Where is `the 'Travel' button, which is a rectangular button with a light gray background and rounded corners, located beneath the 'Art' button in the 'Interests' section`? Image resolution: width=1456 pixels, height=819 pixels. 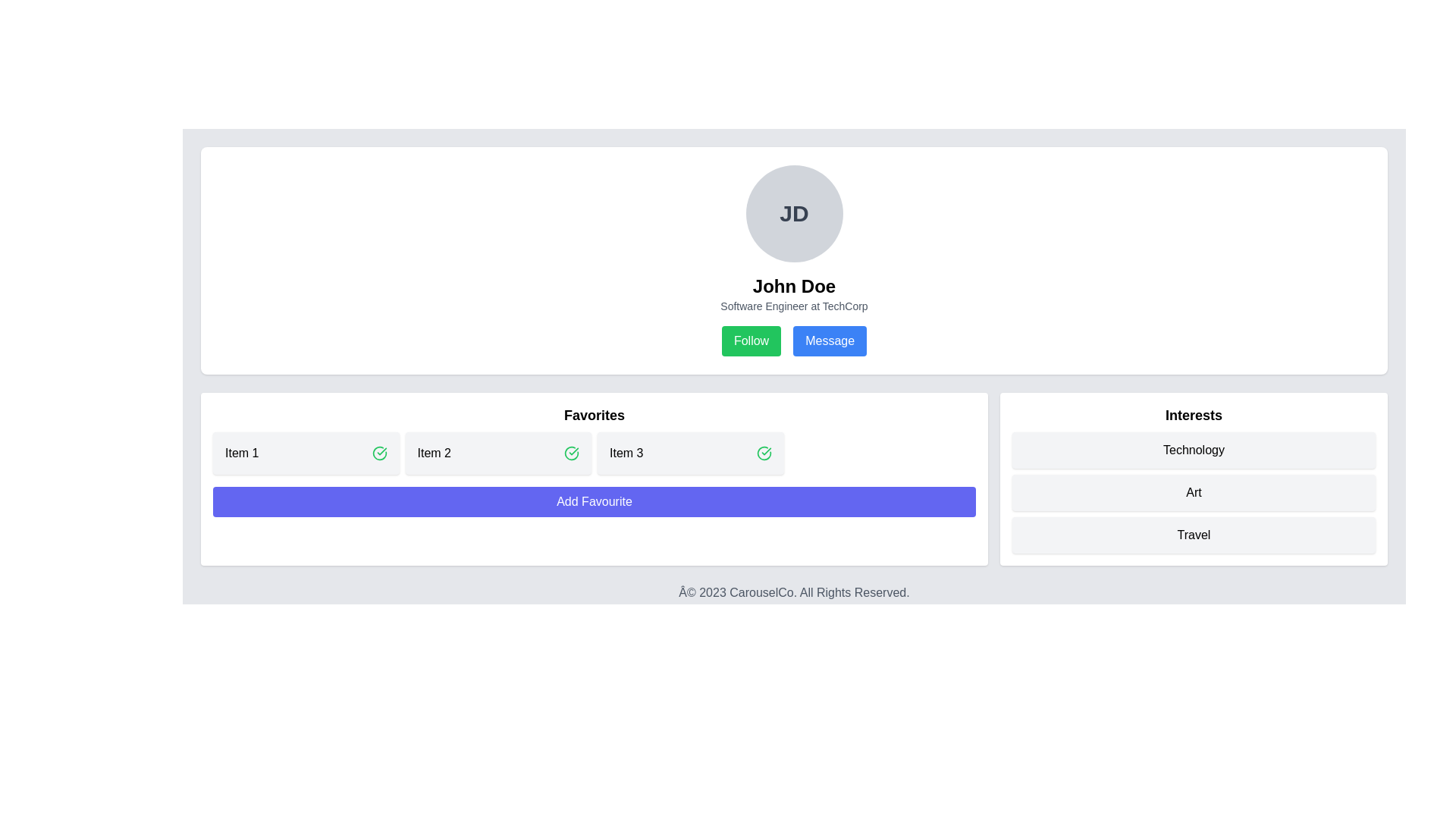 the 'Travel' button, which is a rectangular button with a light gray background and rounded corners, located beneath the 'Art' button in the 'Interests' section is located at coordinates (1193, 534).